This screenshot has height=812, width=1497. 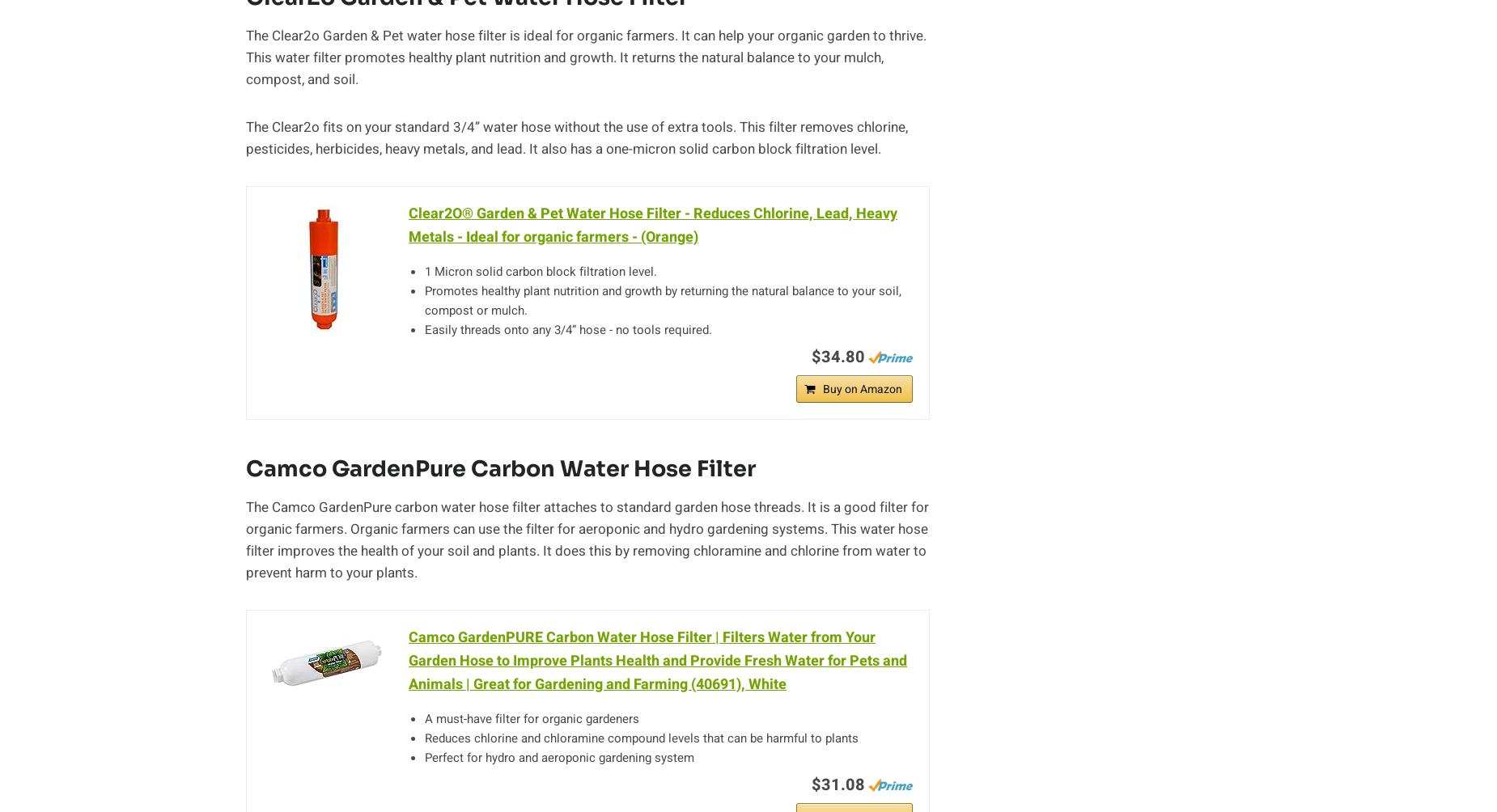 I want to click on 'The Camco GardenPure carbon water hose filter attaches to standard garden hose threads. It is a good filter for organic farmers. Organic farmers can use the filter for aeroponic and hydro gardening systems. This water hose filter improves the health of your soil and plants. It does this by removing chloramine and chlorine from water to prevent harm to your plants.', so click(x=587, y=539).